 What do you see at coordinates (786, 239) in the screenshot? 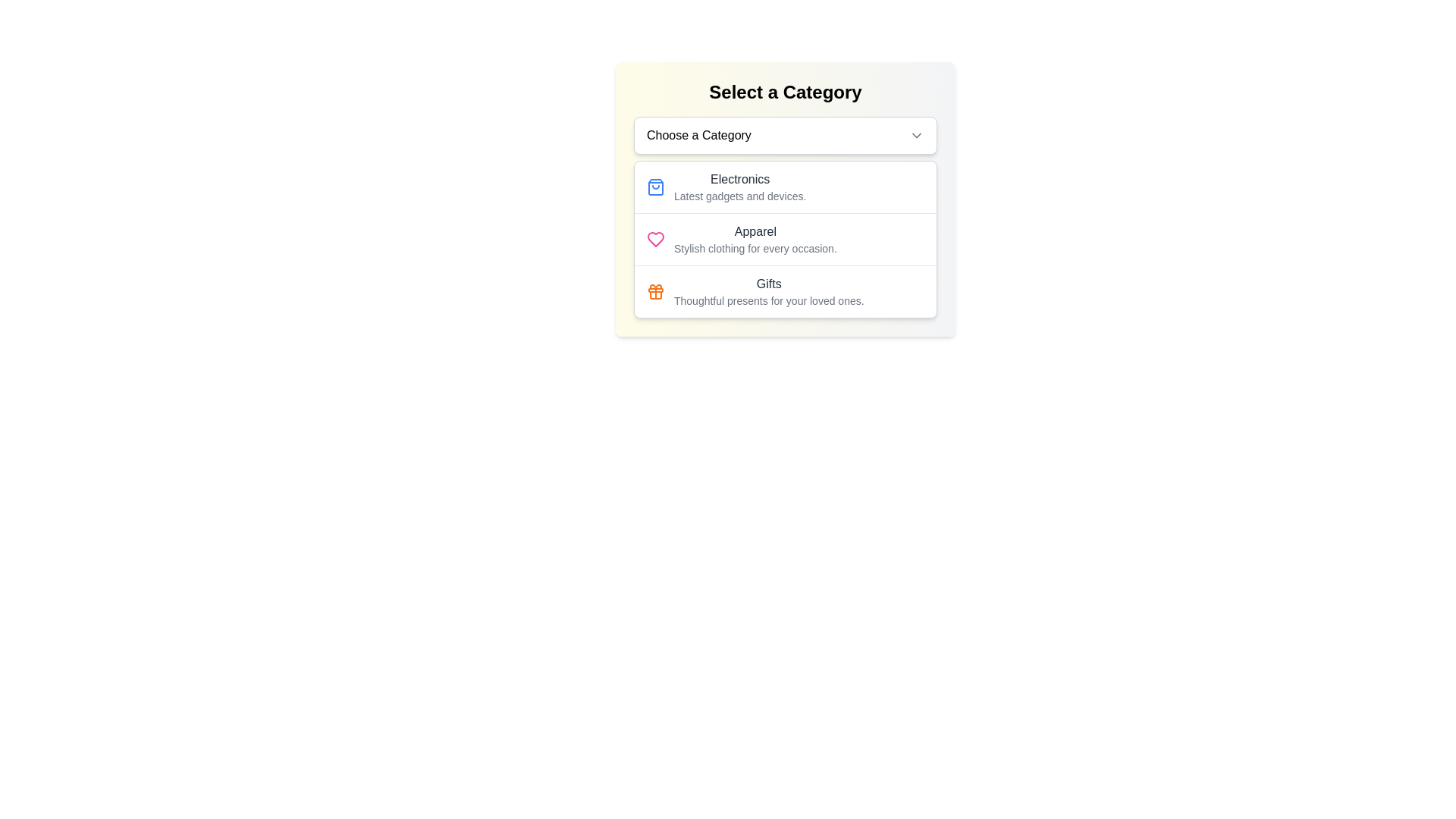
I see `the second list item labeled 'Apparel' located below the 'Select a Category' heading` at bounding box center [786, 239].